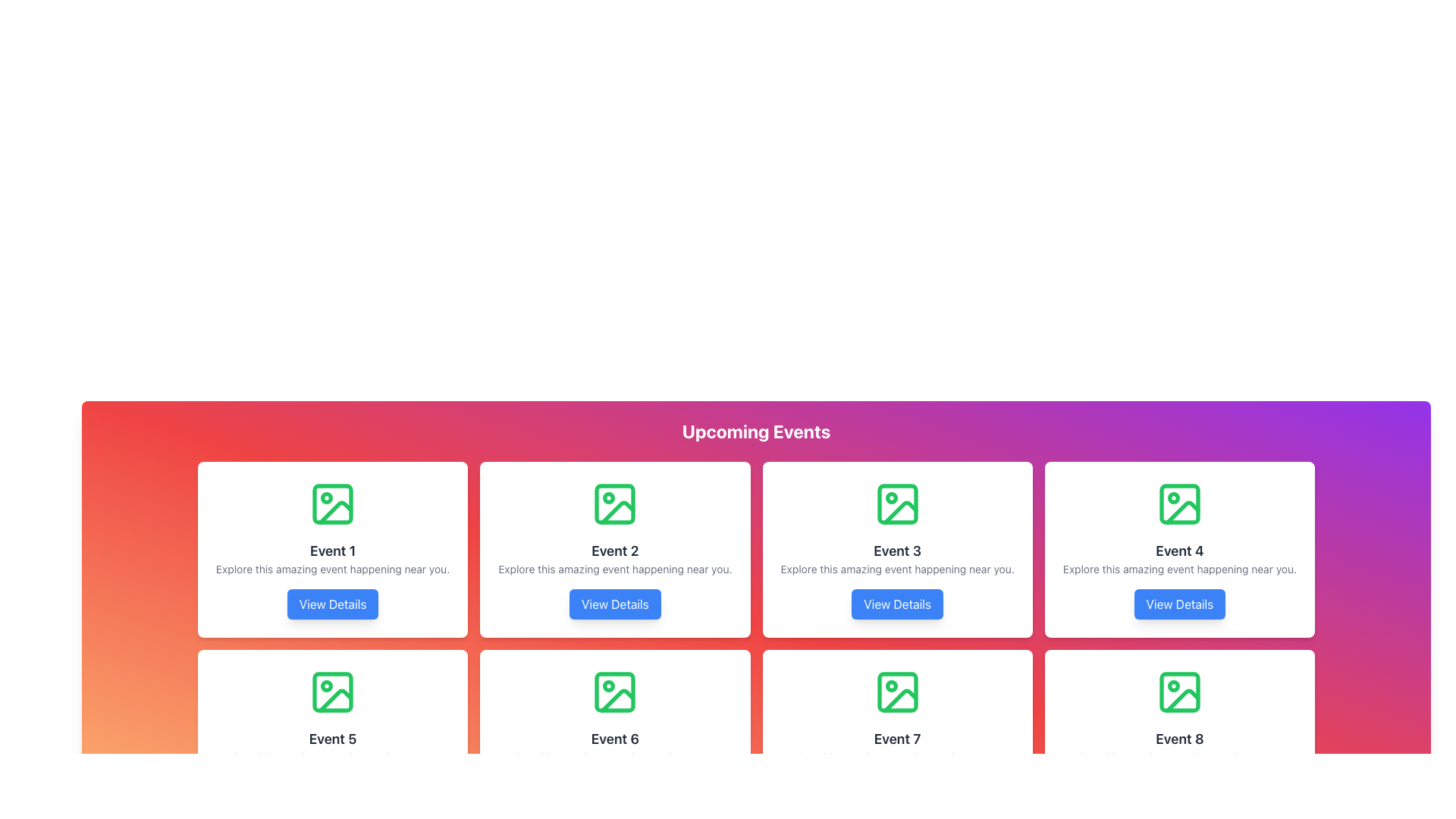 The height and width of the screenshot is (819, 1456). I want to click on the button located in the second card under 'Upcoming Events', so click(615, 604).